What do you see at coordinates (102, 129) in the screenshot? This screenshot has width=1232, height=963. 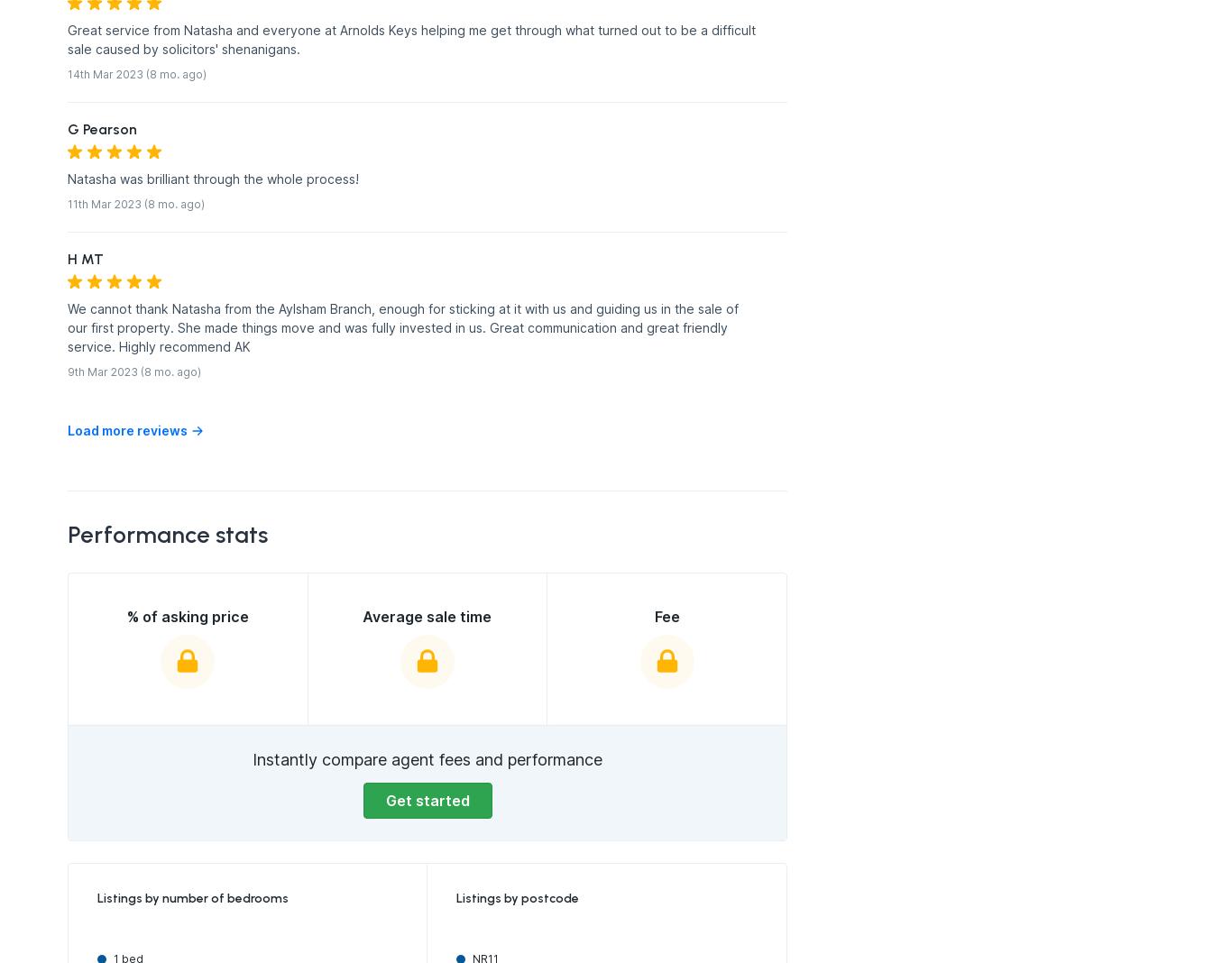 I see `'G Pearson'` at bounding box center [102, 129].